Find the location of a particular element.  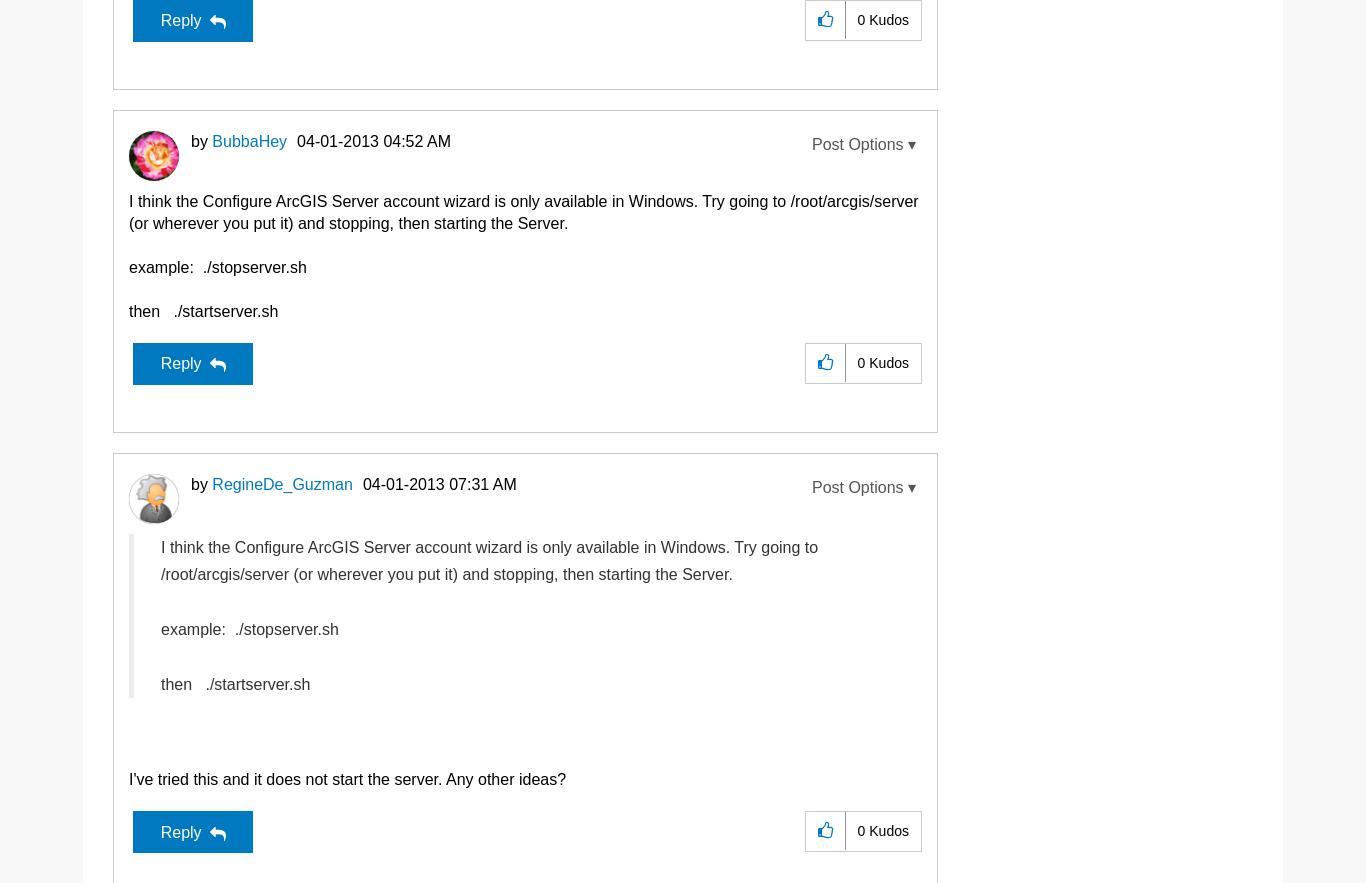

'07:31 AM' is located at coordinates (482, 483).